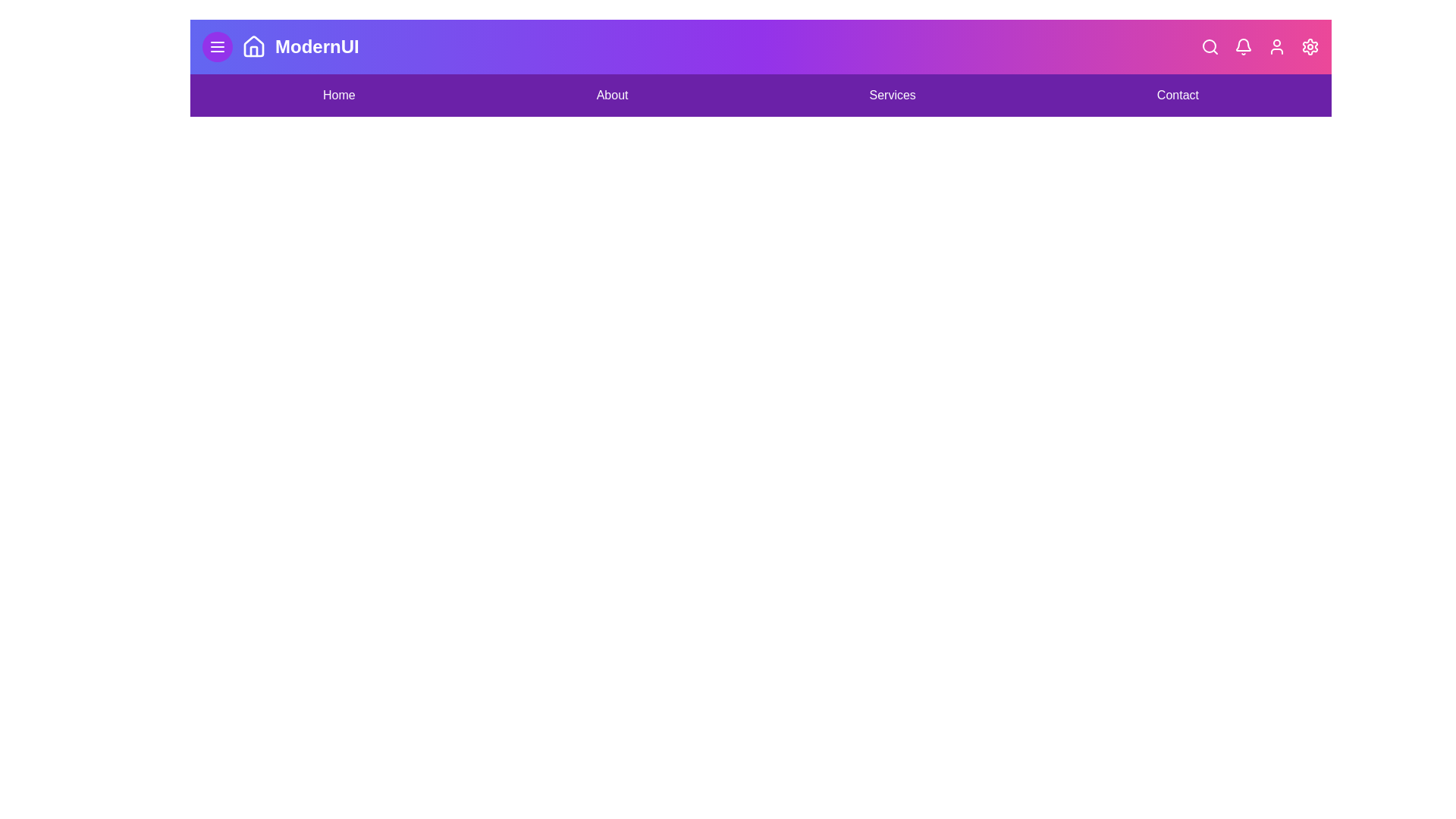 The height and width of the screenshot is (819, 1456). What do you see at coordinates (1276, 45) in the screenshot?
I see `the User icon on the right side of the bar` at bounding box center [1276, 45].